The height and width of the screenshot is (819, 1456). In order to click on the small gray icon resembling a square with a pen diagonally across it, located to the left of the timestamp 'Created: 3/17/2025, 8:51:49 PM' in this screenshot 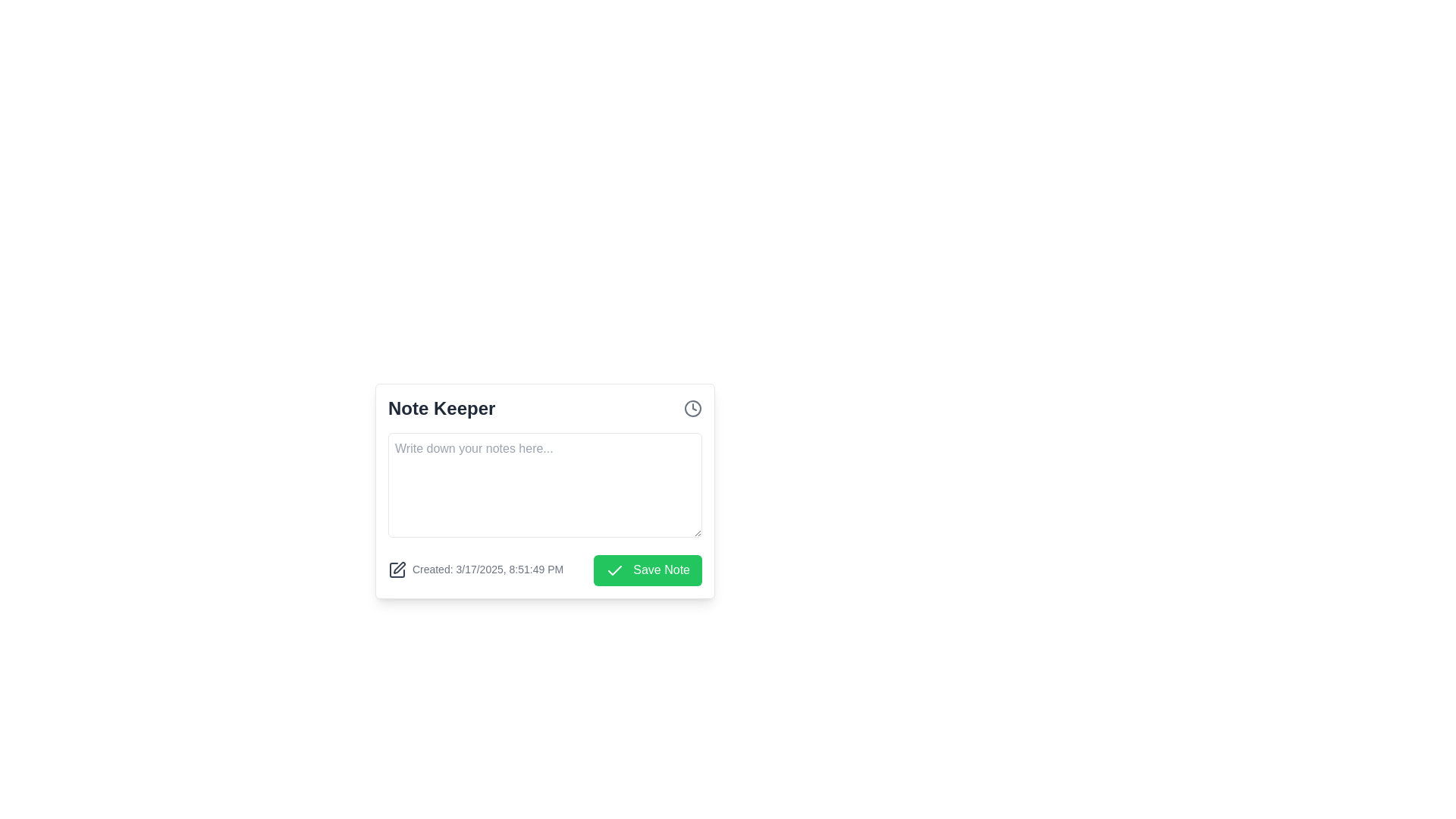, I will do `click(397, 570)`.